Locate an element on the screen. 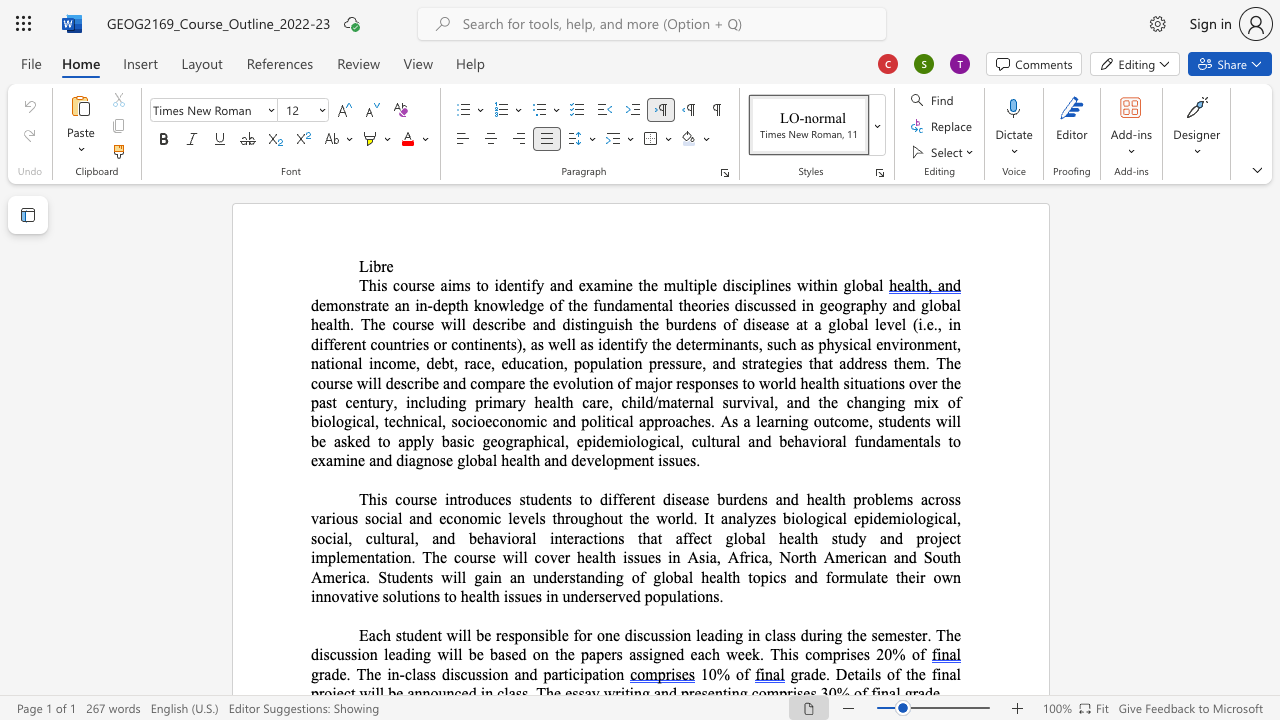  the space between the continuous character "e" and "a" in the text is located at coordinates (766, 420).